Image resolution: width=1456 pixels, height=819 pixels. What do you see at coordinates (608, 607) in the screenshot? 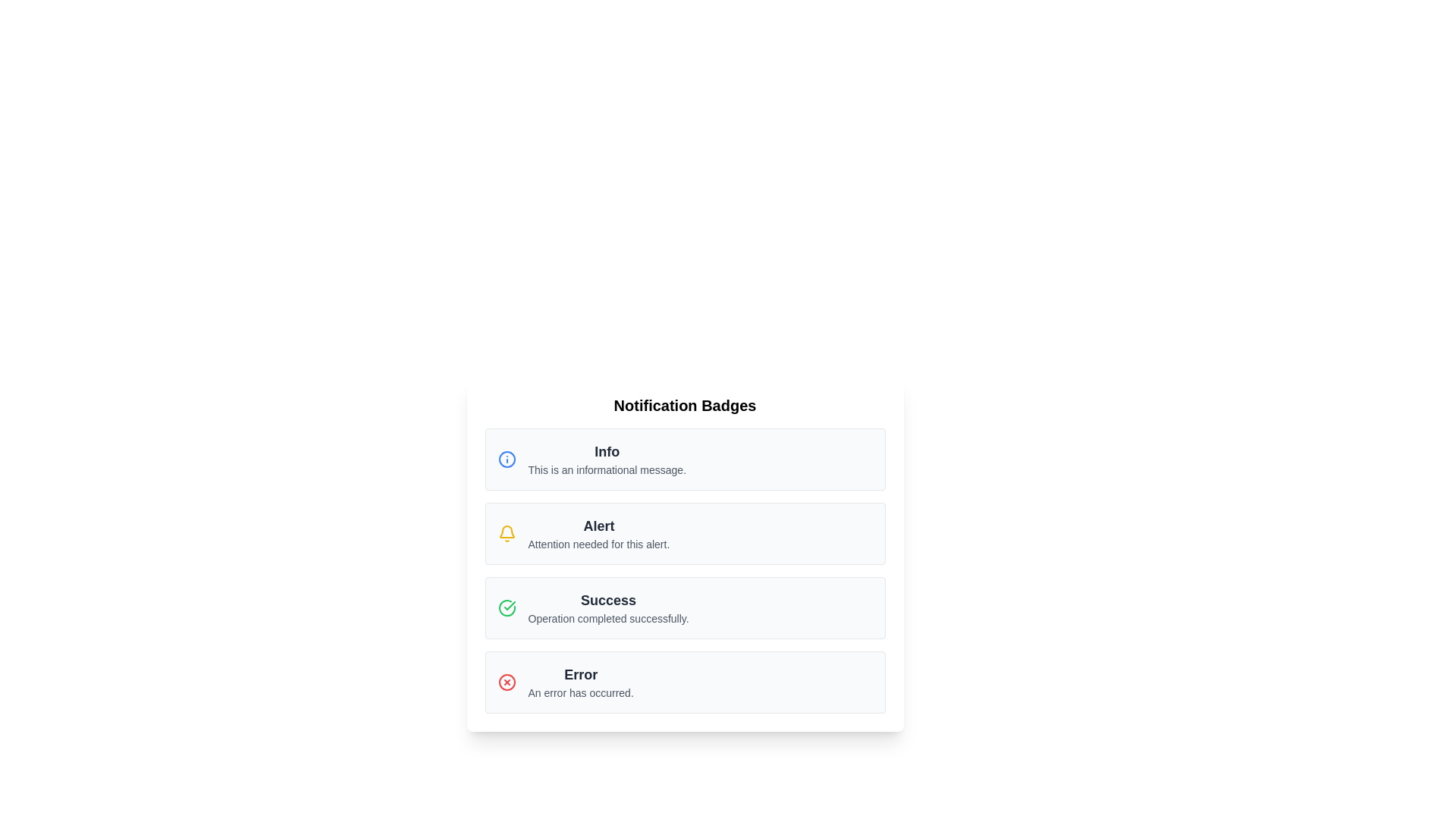
I see `the notification text block that displays 'Success' and 'Operation completed successfully.' This text block is the third notification in a vertical list with a light gray background` at bounding box center [608, 607].